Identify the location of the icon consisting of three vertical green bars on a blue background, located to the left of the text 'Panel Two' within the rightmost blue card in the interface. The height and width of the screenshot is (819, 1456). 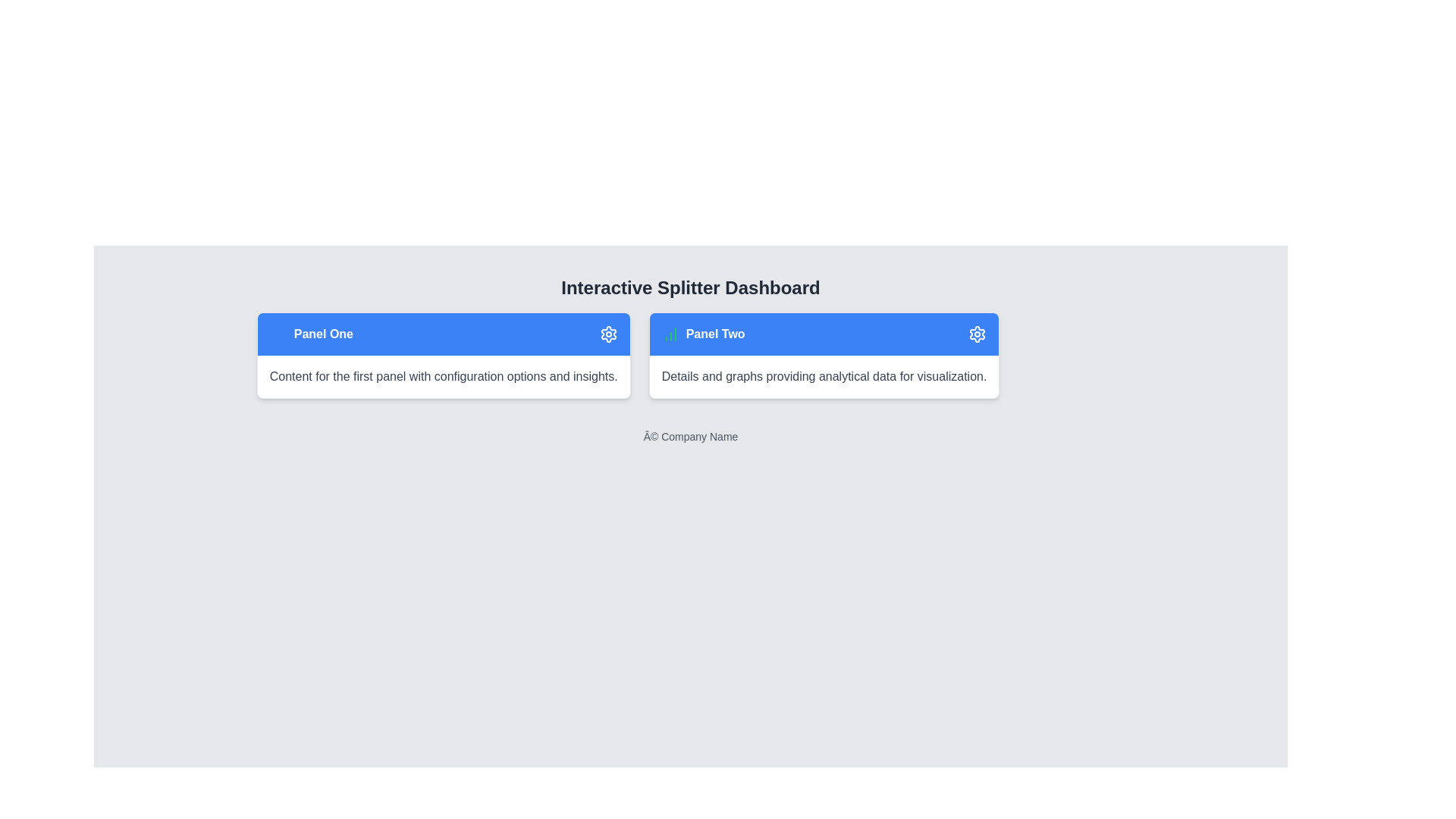
(670, 333).